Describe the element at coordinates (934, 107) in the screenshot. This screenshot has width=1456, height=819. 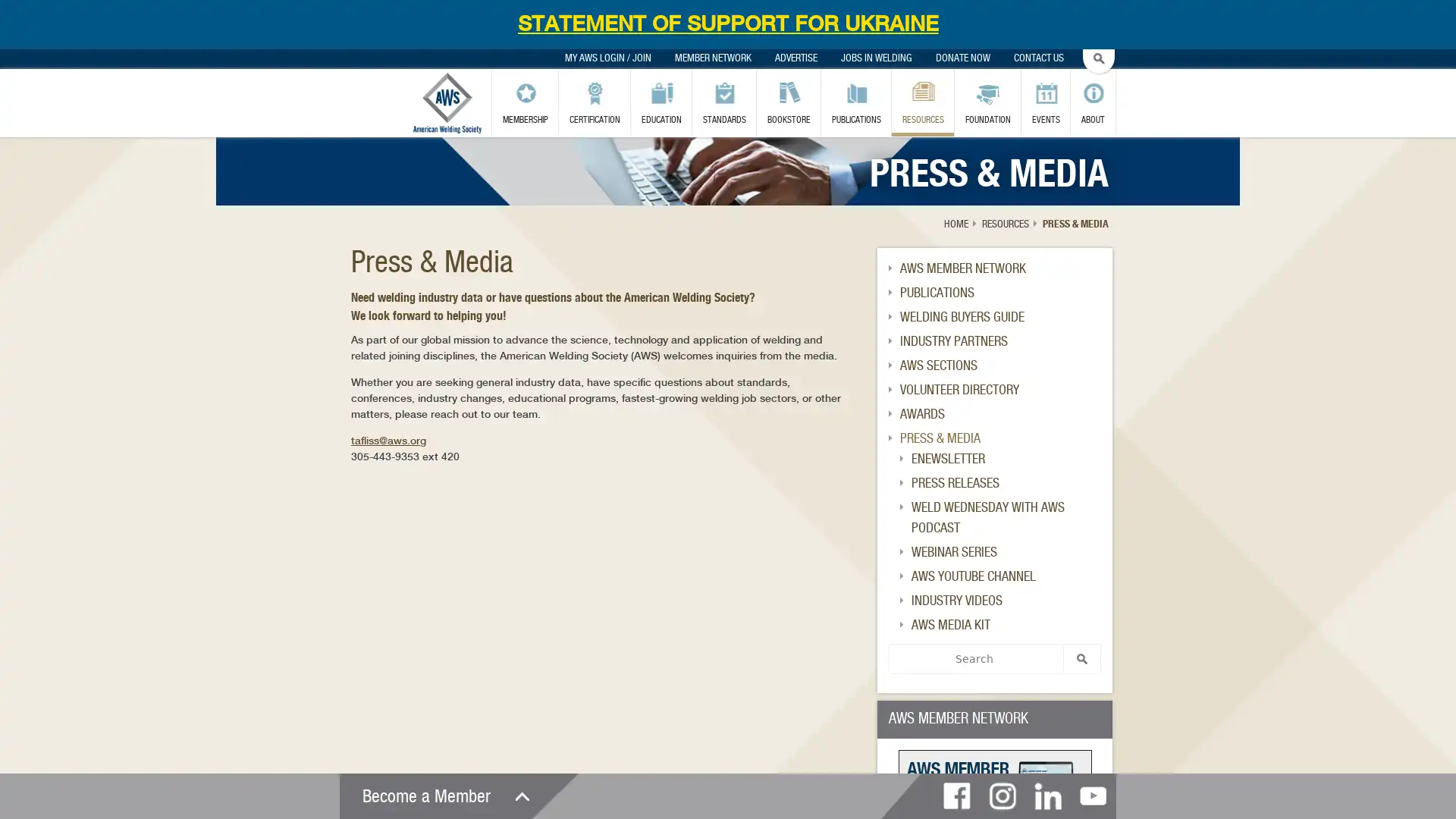
I see `Accept` at that location.